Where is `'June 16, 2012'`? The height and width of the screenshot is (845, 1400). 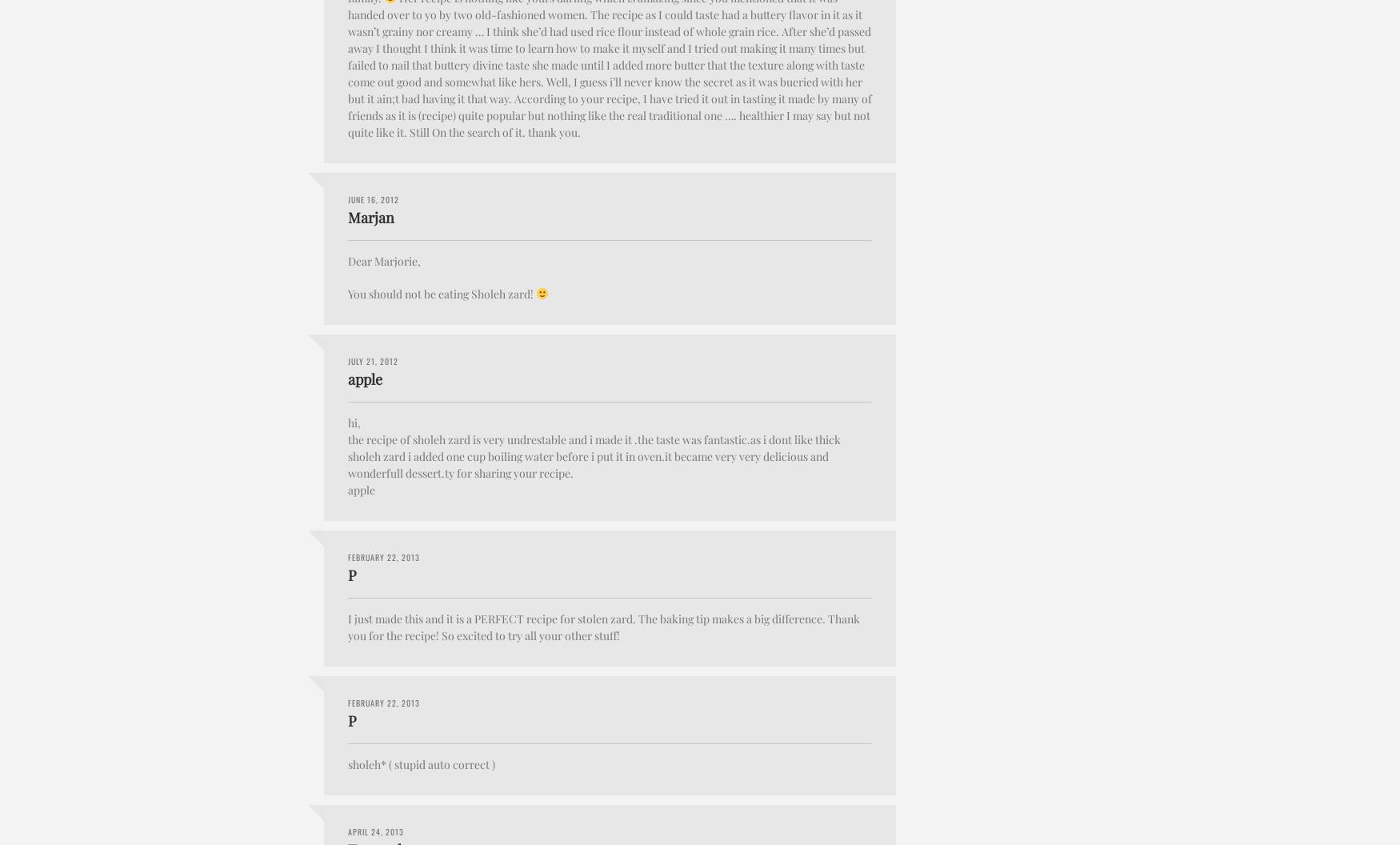 'June 16, 2012' is located at coordinates (374, 198).